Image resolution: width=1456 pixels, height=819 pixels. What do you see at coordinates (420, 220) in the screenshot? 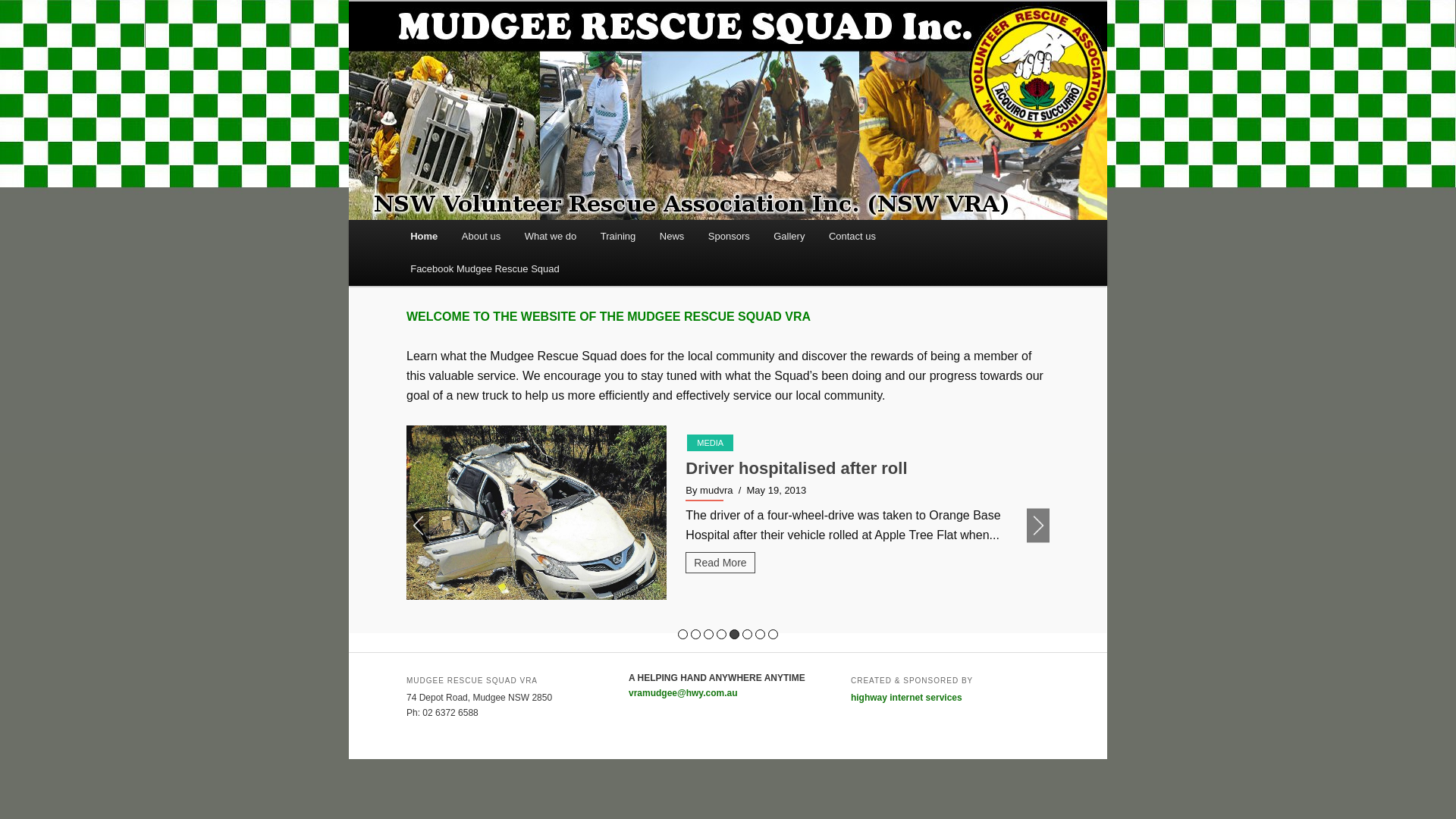
I see `'Skip to primary content'` at bounding box center [420, 220].